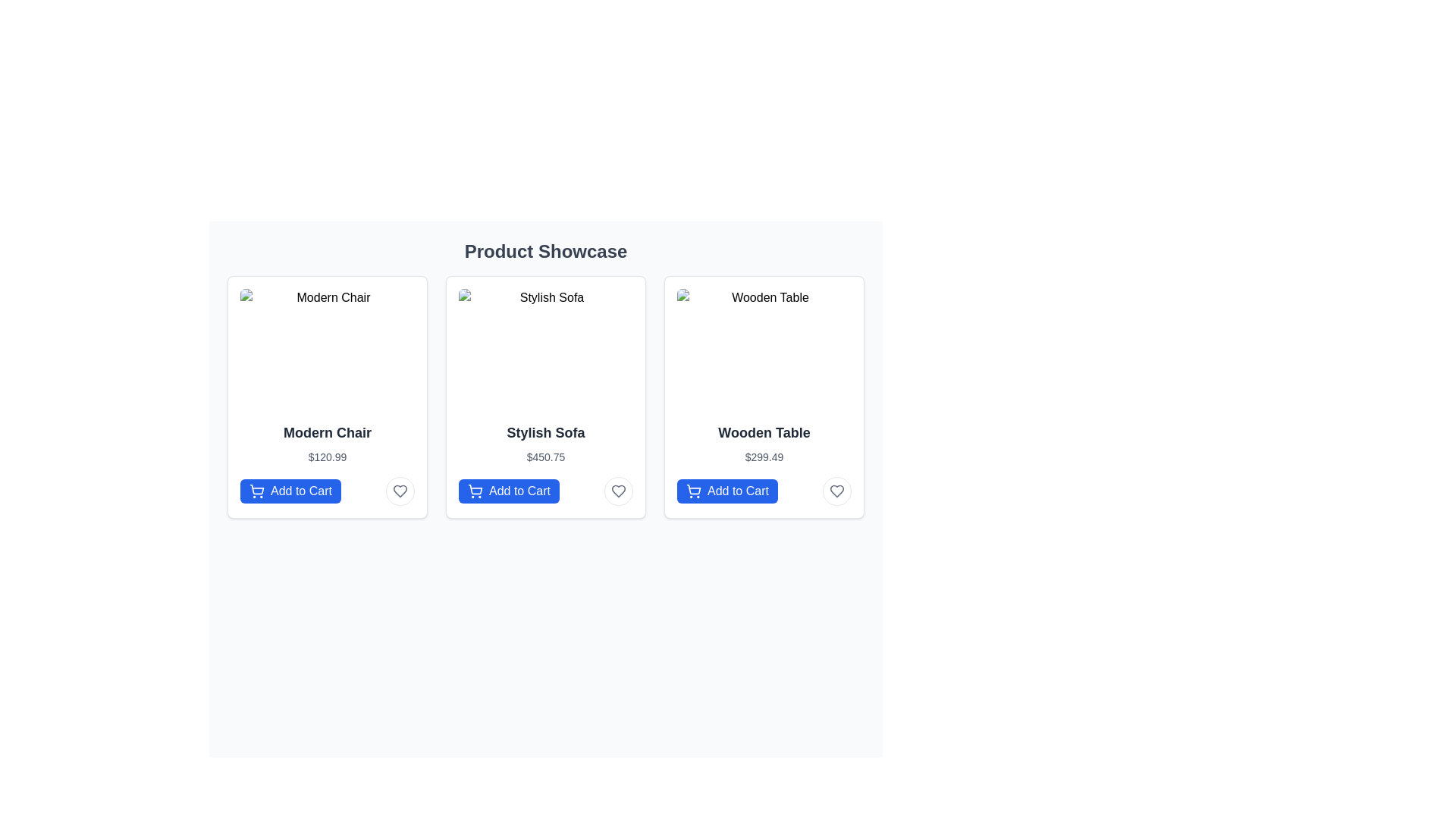 This screenshot has height=819, width=1456. What do you see at coordinates (257, 491) in the screenshot?
I see `the 'Add to Cart' button located at the bottom section of the card for the 'Modern Chair' product, which features an icon representing the cart action` at bounding box center [257, 491].